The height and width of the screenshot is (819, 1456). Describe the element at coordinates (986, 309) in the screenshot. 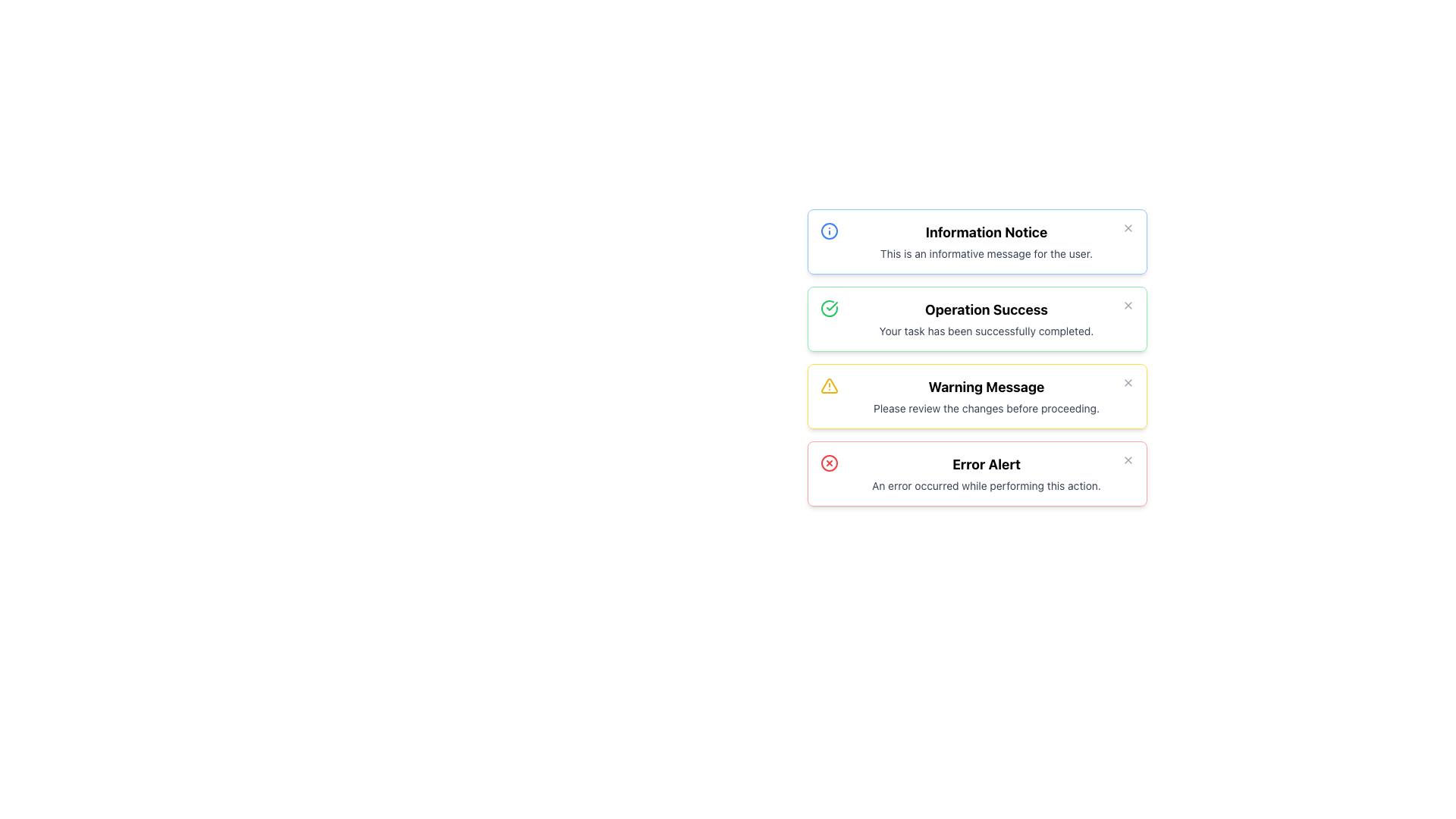

I see `the bold, large font text displaying 'Operation Success' located at the top of a green-bordered alert box` at that location.